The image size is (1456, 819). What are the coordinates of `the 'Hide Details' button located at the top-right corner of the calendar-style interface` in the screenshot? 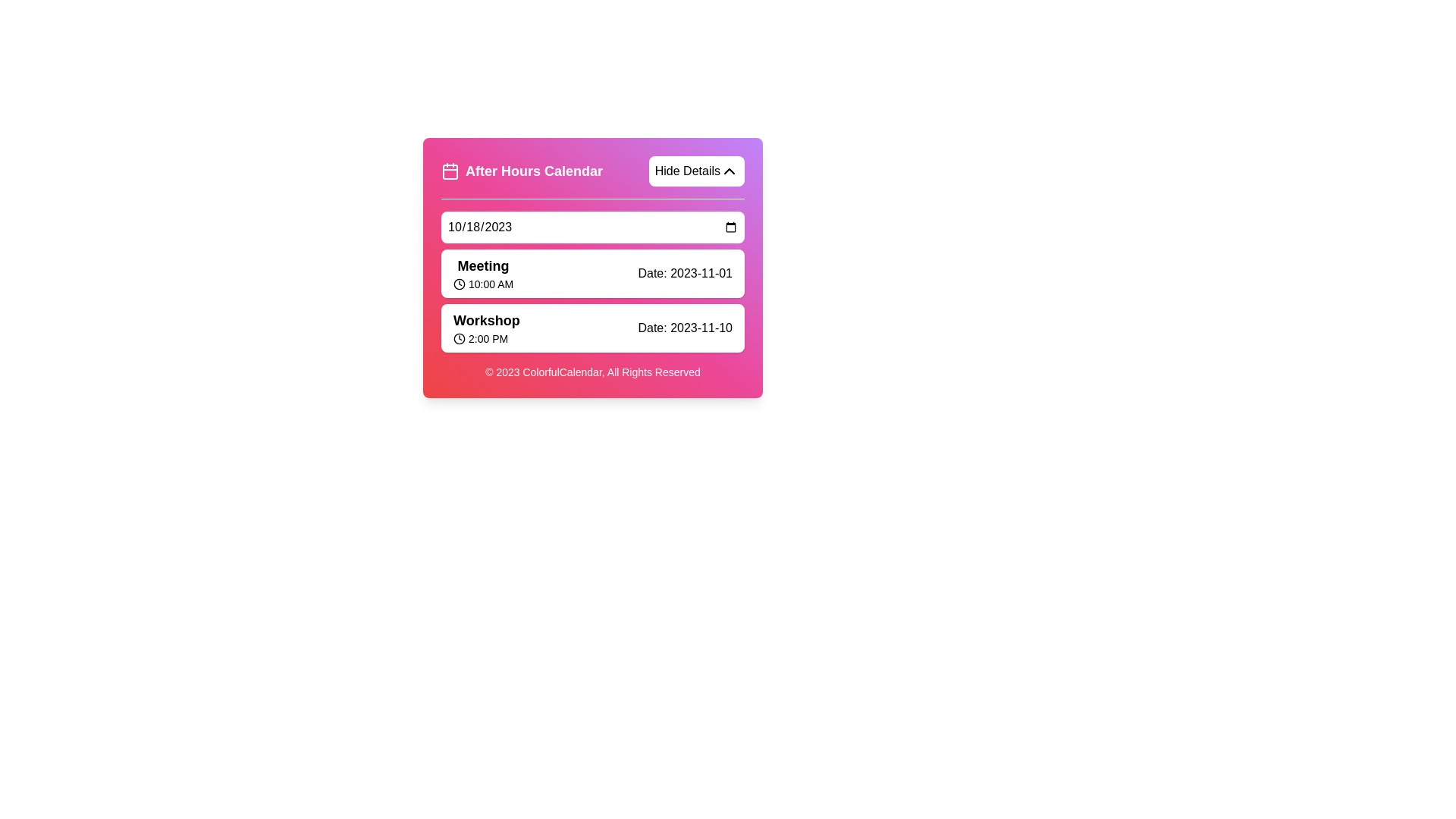 It's located at (729, 171).